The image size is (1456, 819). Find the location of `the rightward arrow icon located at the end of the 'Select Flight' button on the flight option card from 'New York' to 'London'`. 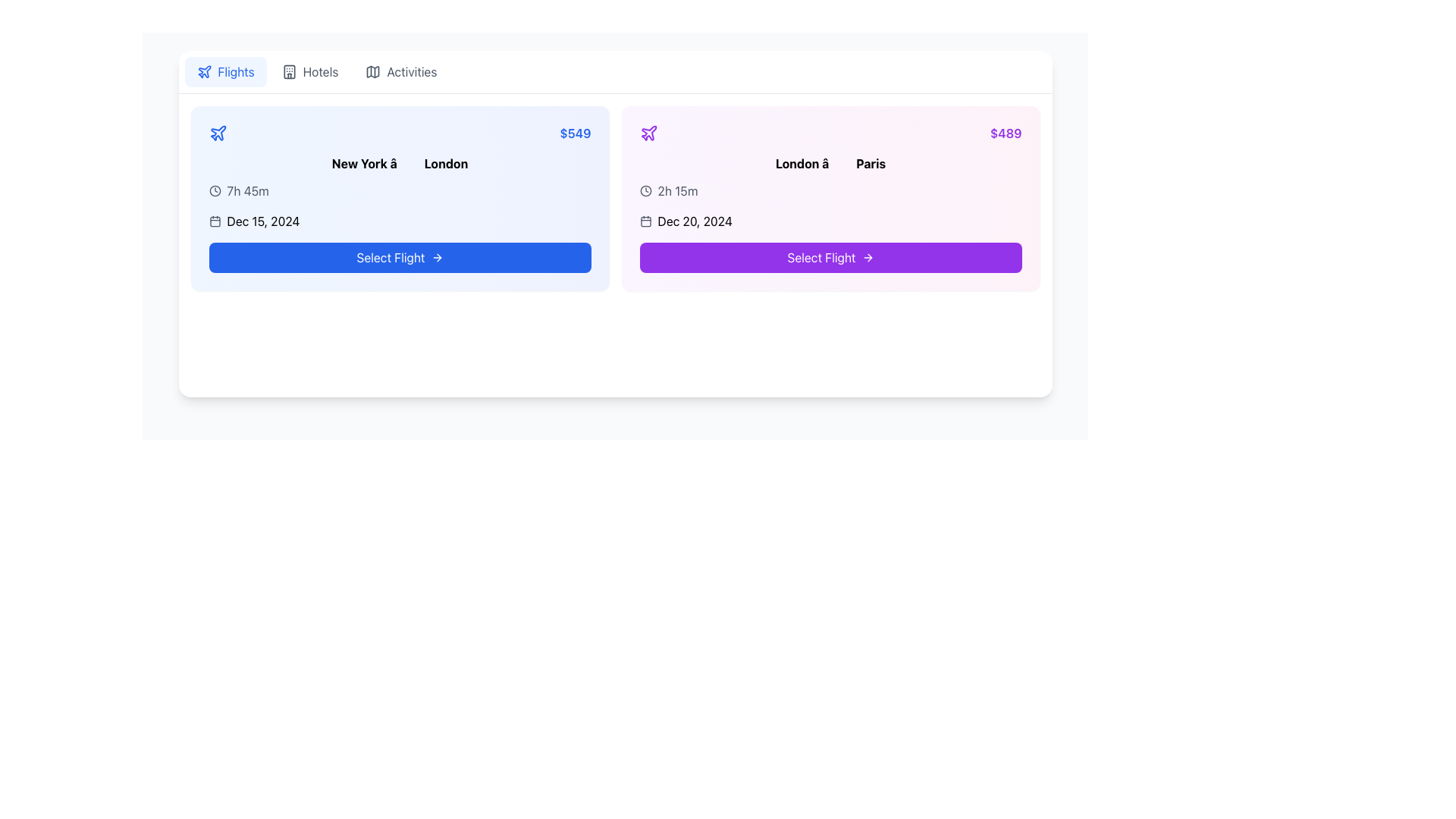

the rightward arrow icon located at the end of the 'Select Flight' button on the flight option card from 'New York' to 'London' is located at coordinates (438, 256).